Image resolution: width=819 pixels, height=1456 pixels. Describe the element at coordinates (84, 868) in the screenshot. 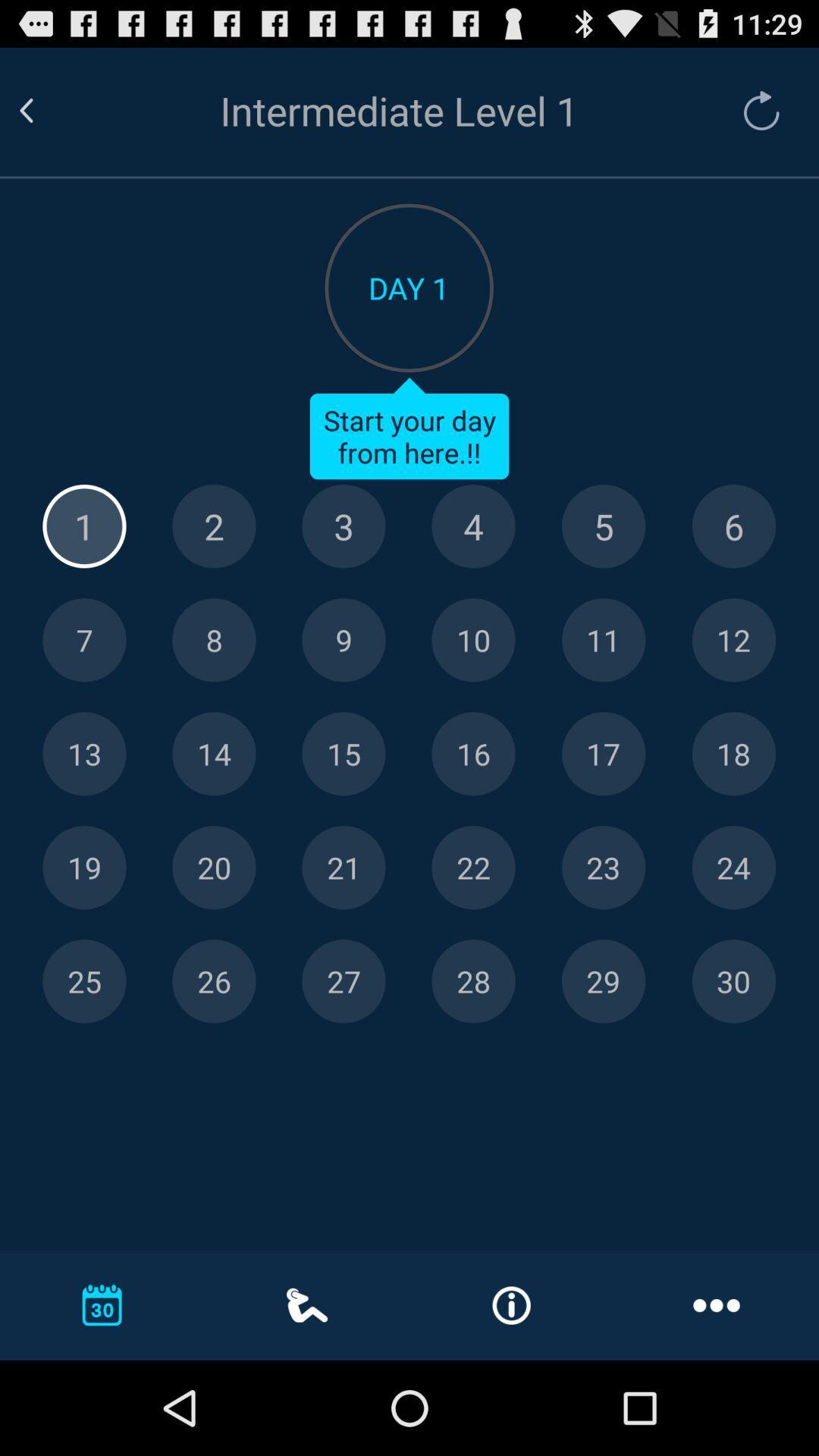

I see `please calculate` at that location.